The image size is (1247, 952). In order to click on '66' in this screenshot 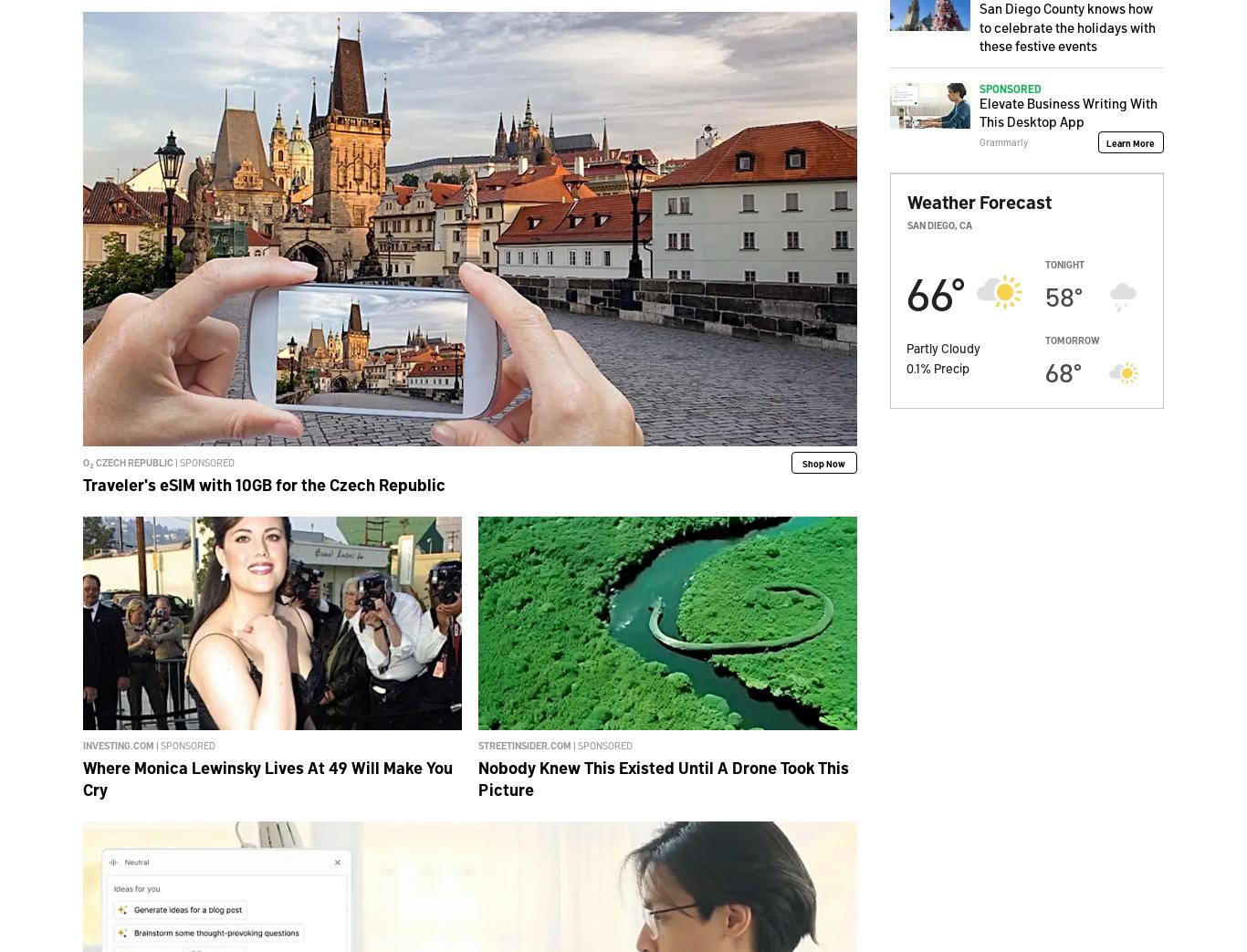, I will do `click(928, 289)`.